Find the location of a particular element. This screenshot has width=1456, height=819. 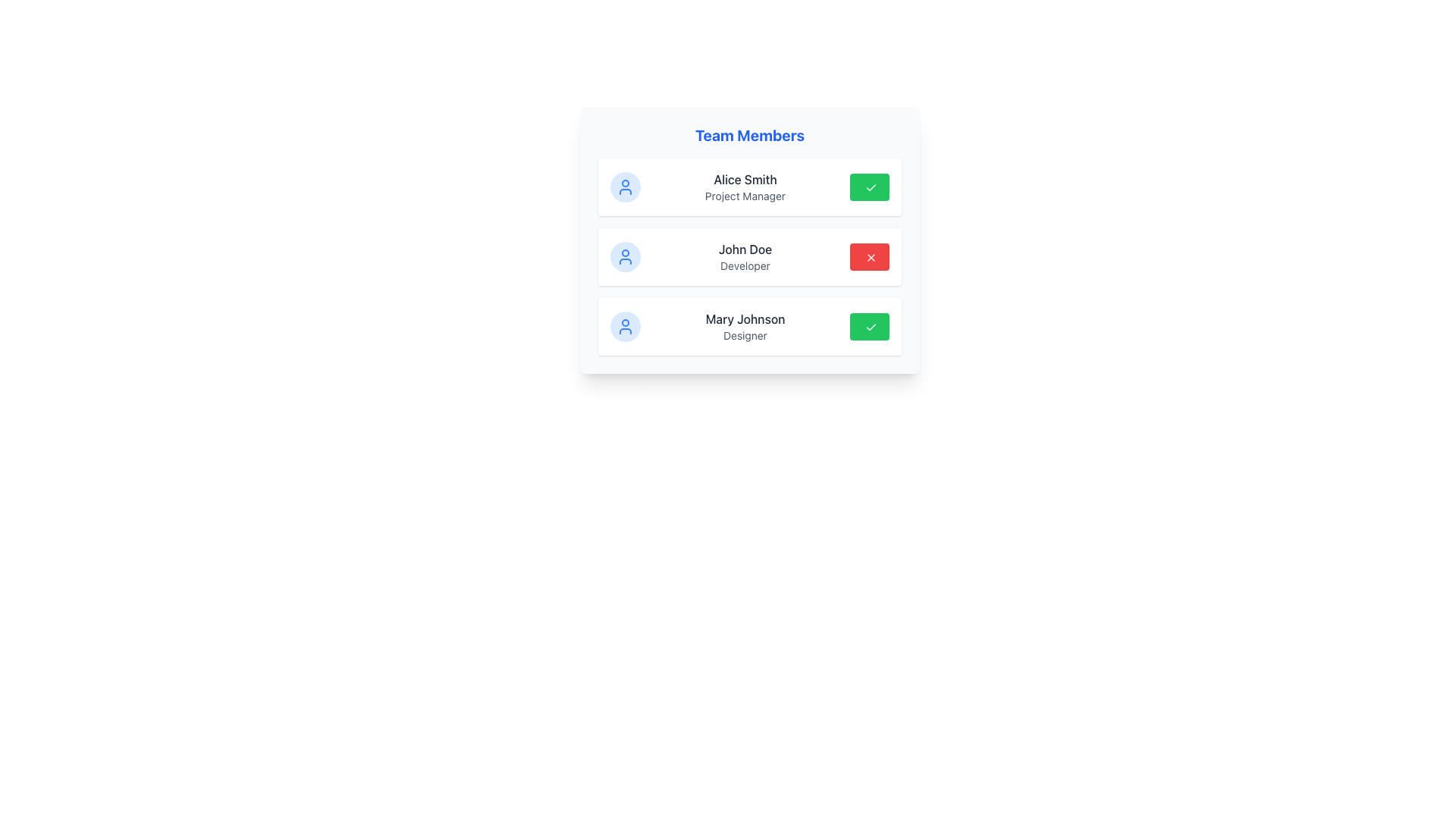

the green button with a white checkmark icon, located to the right of Alice Smith's details in the team member list is located at coordinates (870, 186).